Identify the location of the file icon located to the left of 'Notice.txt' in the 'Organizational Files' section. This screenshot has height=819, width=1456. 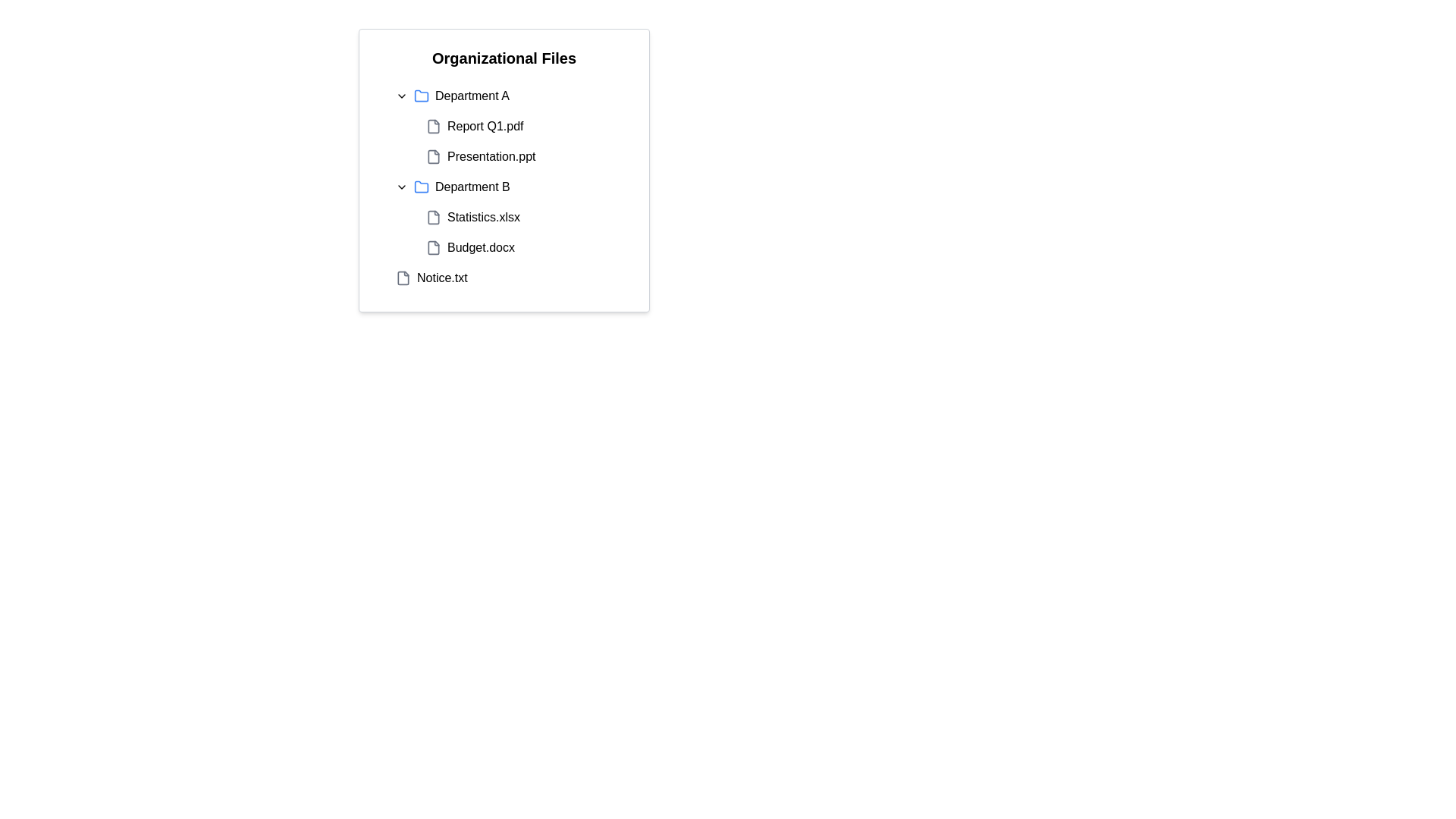
(403, 278).